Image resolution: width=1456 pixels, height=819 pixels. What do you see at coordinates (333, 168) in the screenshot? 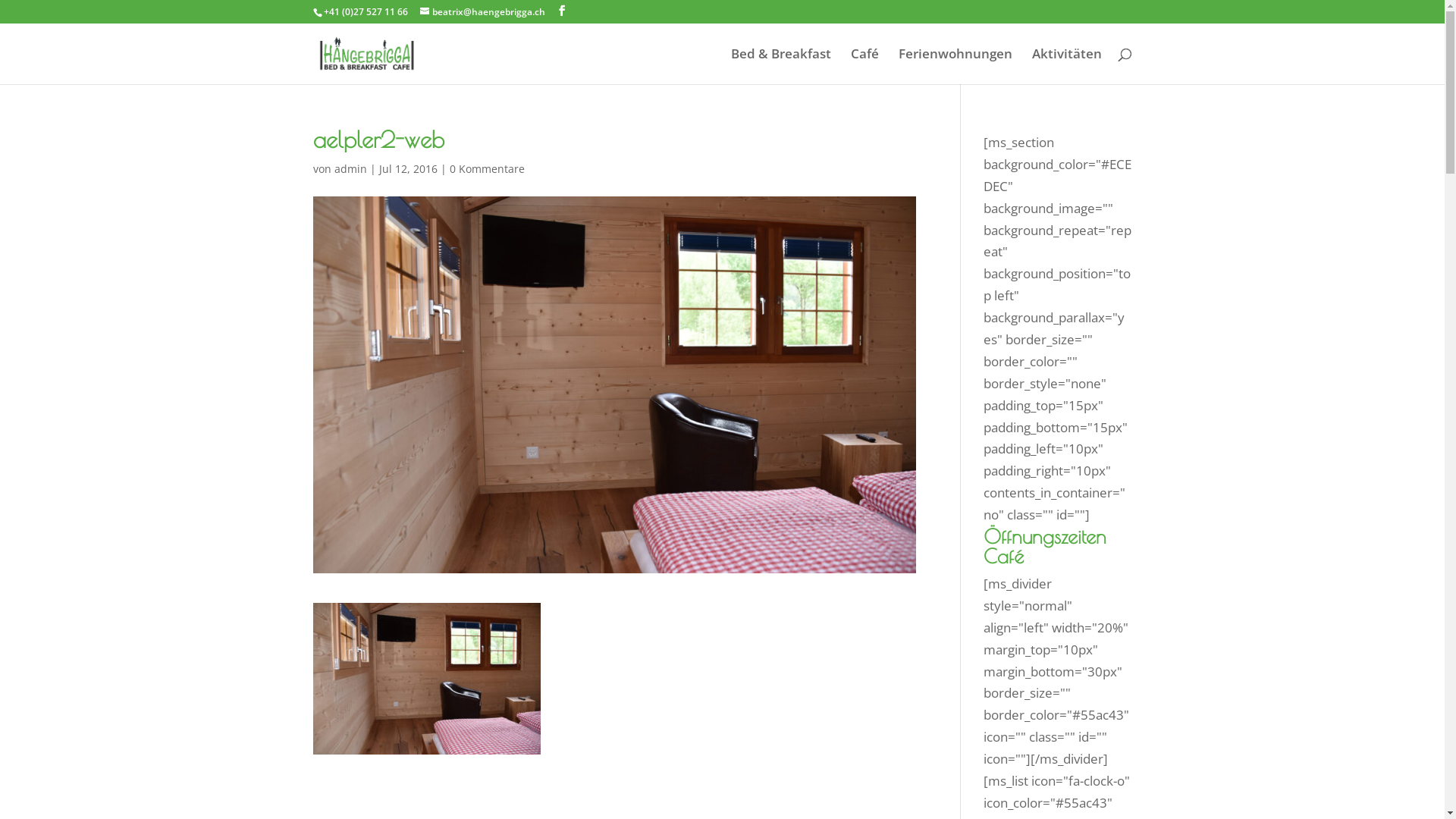
I see `'admin'` at bounding box center [333, 168].